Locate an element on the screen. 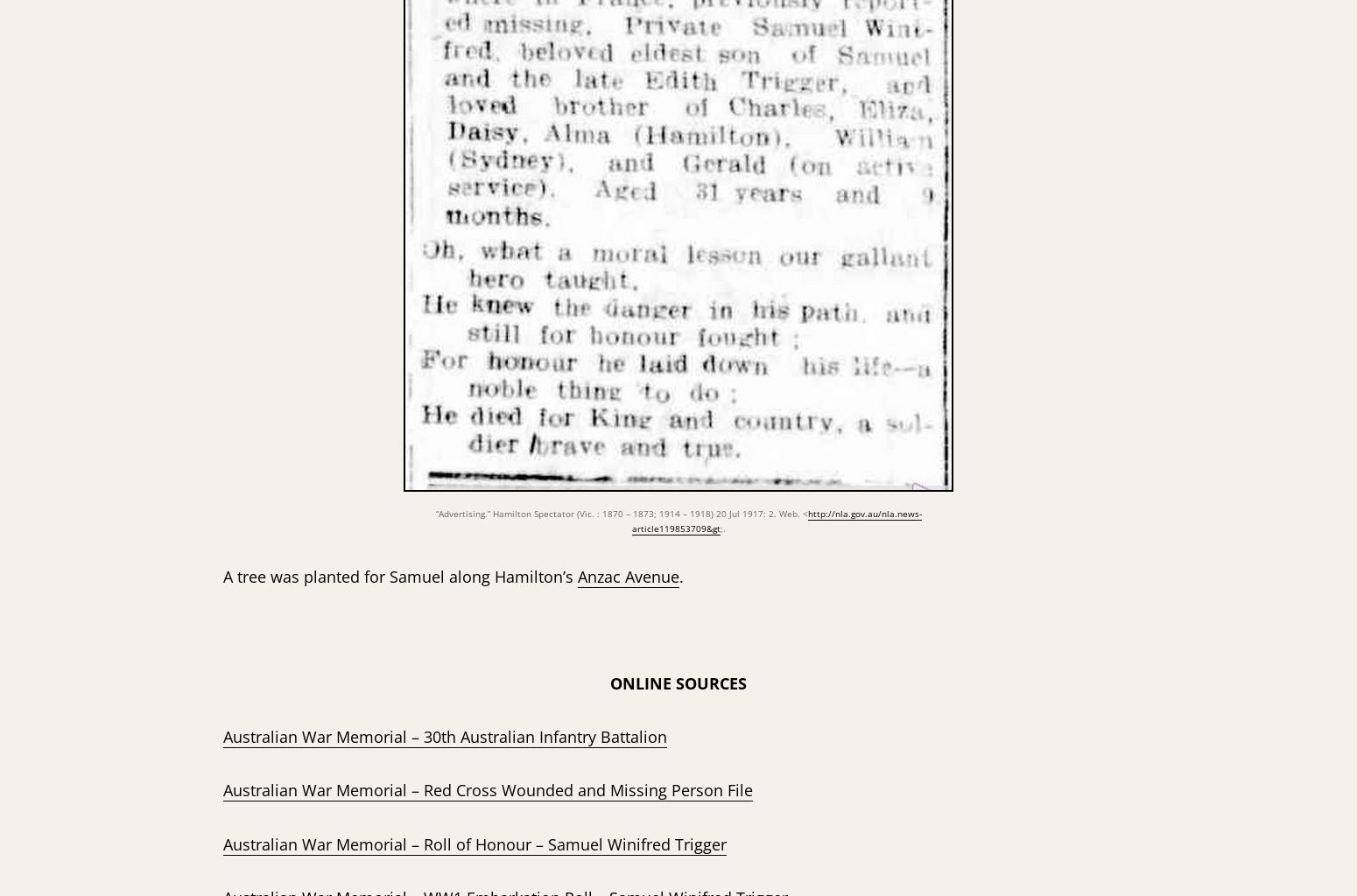  'Australian War Memorial – 30th Australian Infantry Battalion' is located at coordinates (444, 736).